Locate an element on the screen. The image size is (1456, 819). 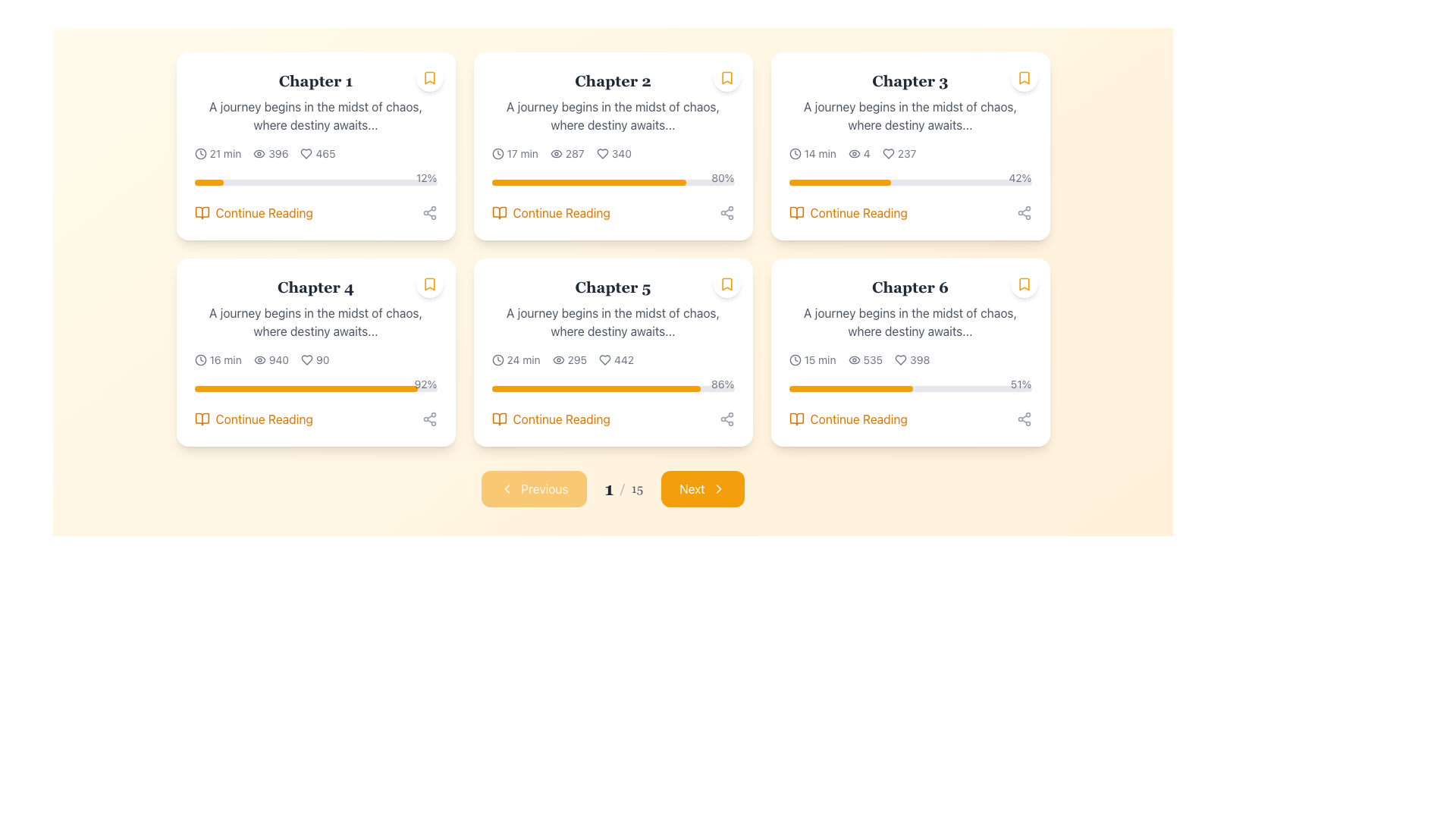
the bookmark icon located in the top-right corner of the card labeled 'Chapter 5' is located at coordinates (726, 284).